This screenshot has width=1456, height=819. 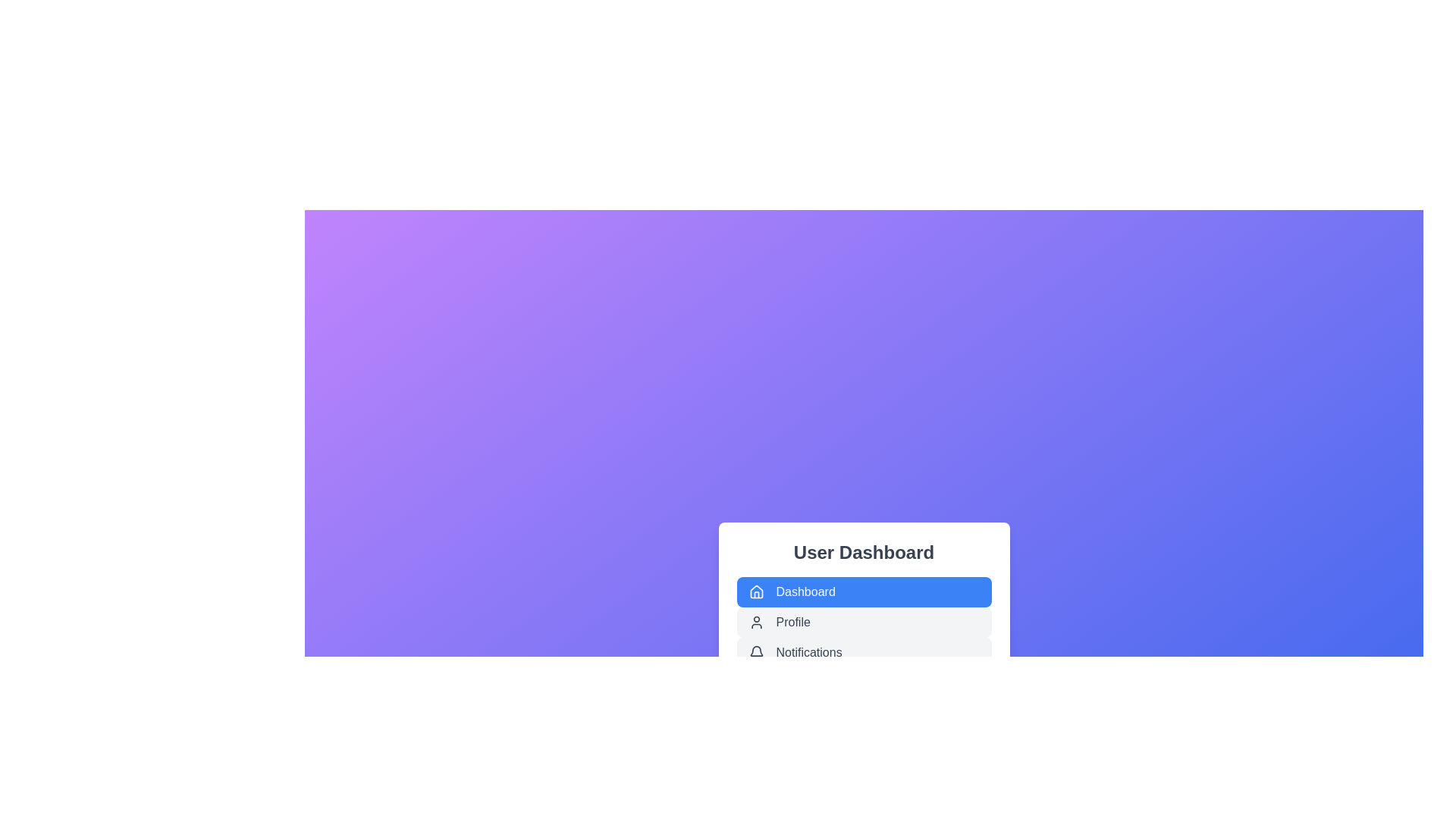 What do you see at coordinates (864, 651) in the screenshot?
I see `the 'Notifications' button, which is the third button in the navigation menu` at bounding box center [864, 651].